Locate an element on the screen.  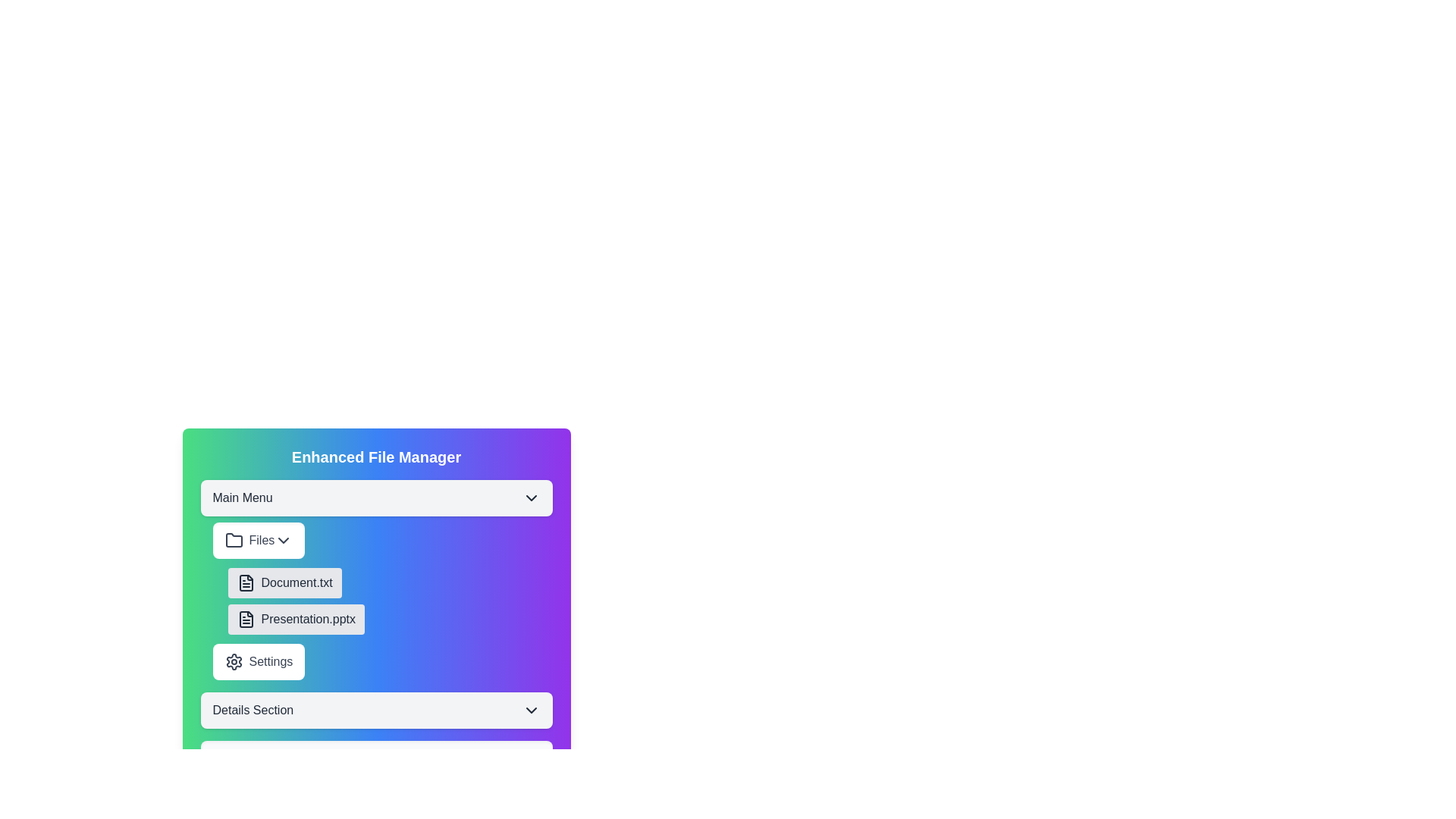
the button labeled 'Presentation.pptx' is located at coordinates (296, 620).